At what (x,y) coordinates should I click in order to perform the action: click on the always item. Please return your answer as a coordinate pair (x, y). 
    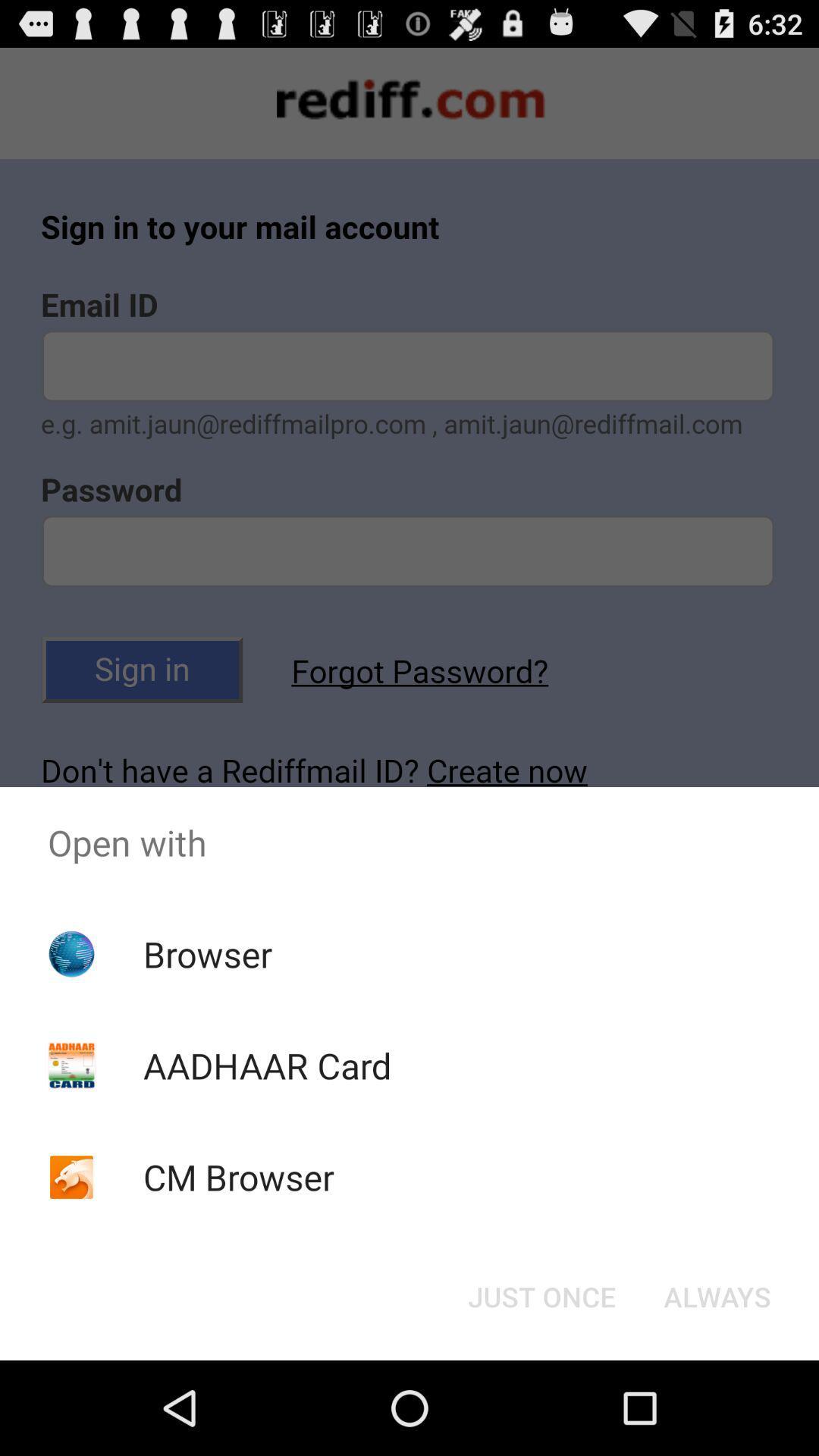
    Looking at the image, I should click on (717, 1295).